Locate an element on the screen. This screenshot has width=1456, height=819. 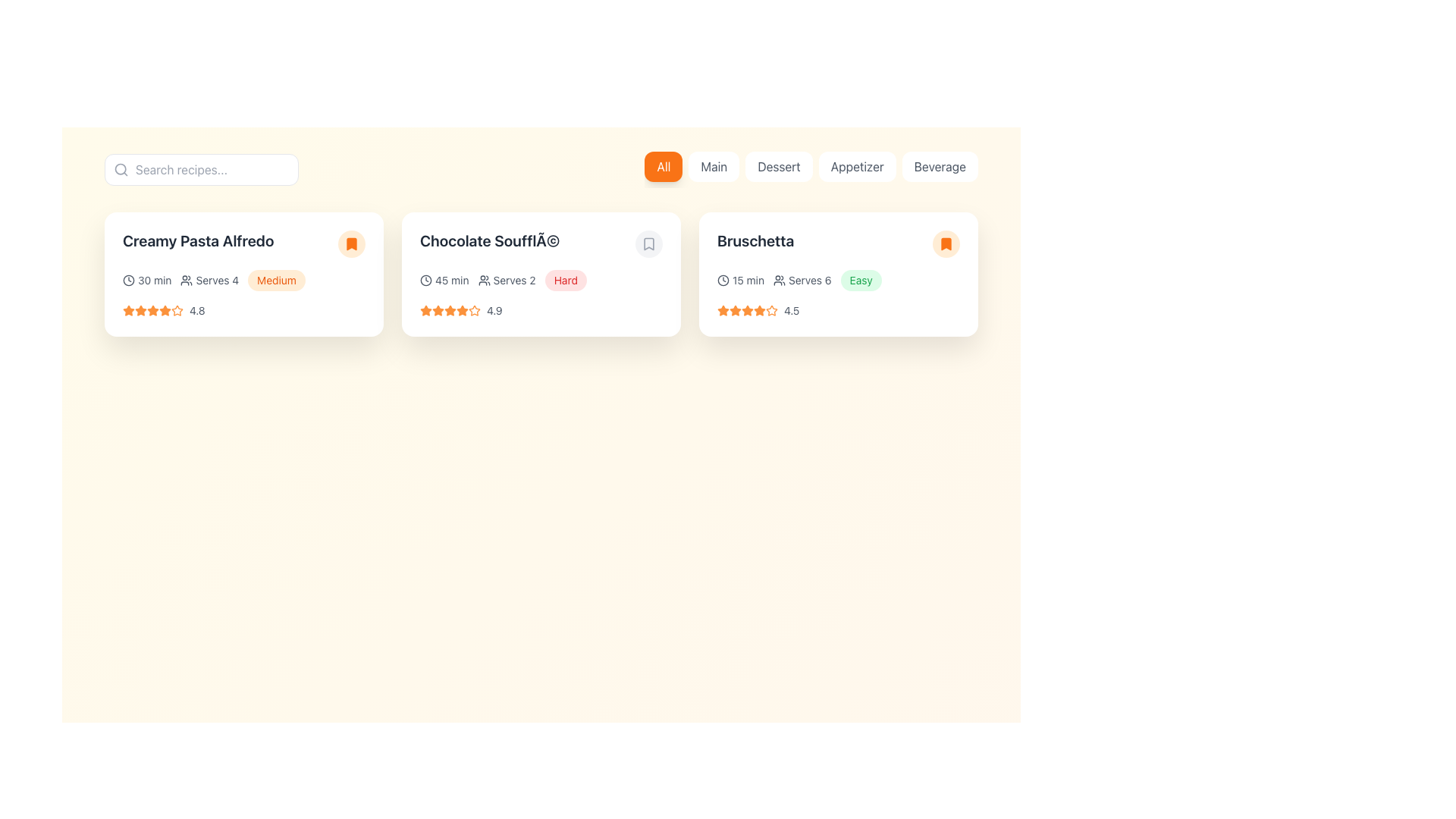
the 'Easy' label, which is displayed in bold green text within a light green rounded rectangular badge, located in the middle-right of the 'Bruschetta' recipe card is located at coordinates (861, 280).